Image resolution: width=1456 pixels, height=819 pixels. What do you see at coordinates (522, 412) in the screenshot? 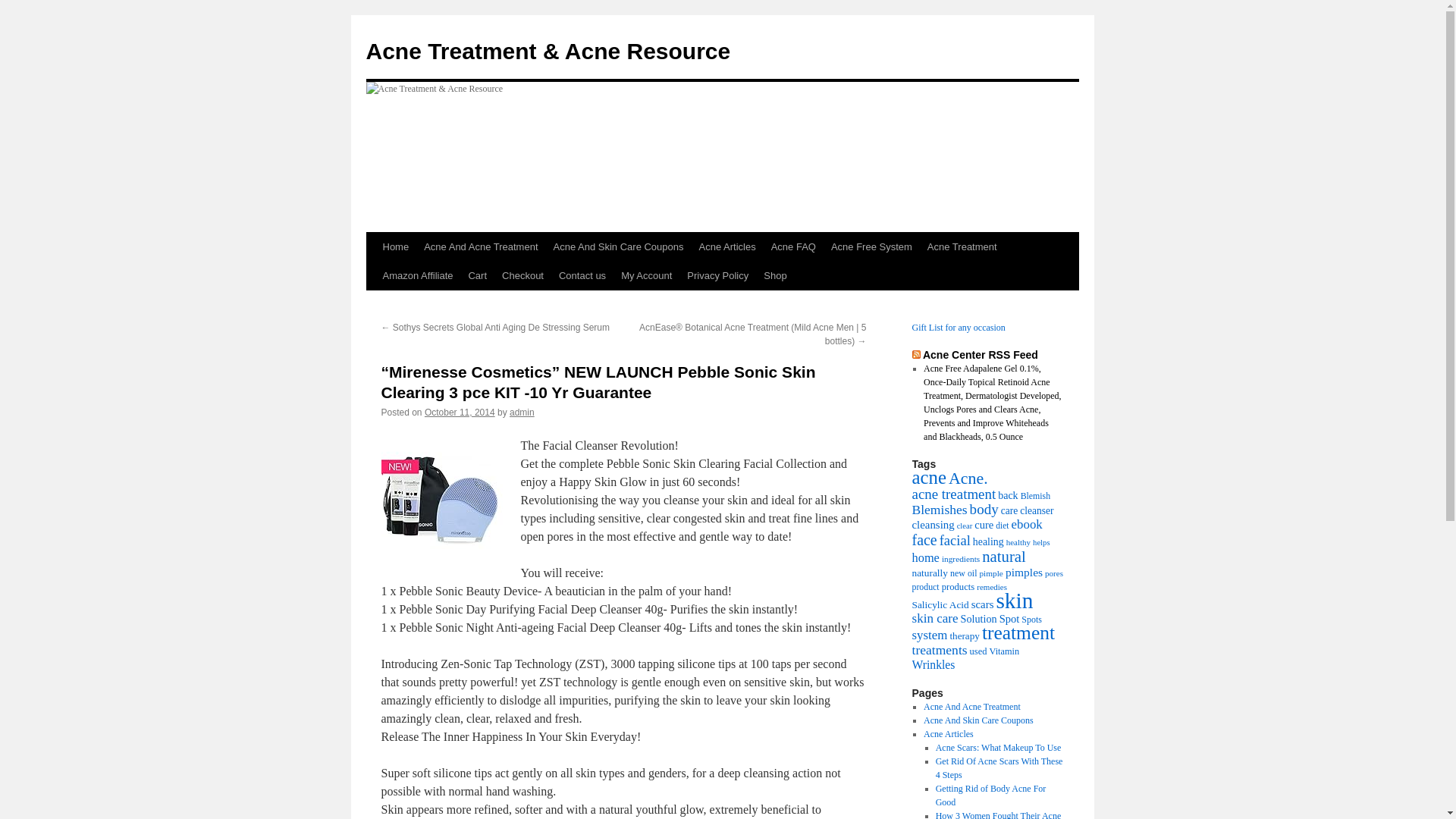
I see `'admin'` at bounding box center [522, 412].